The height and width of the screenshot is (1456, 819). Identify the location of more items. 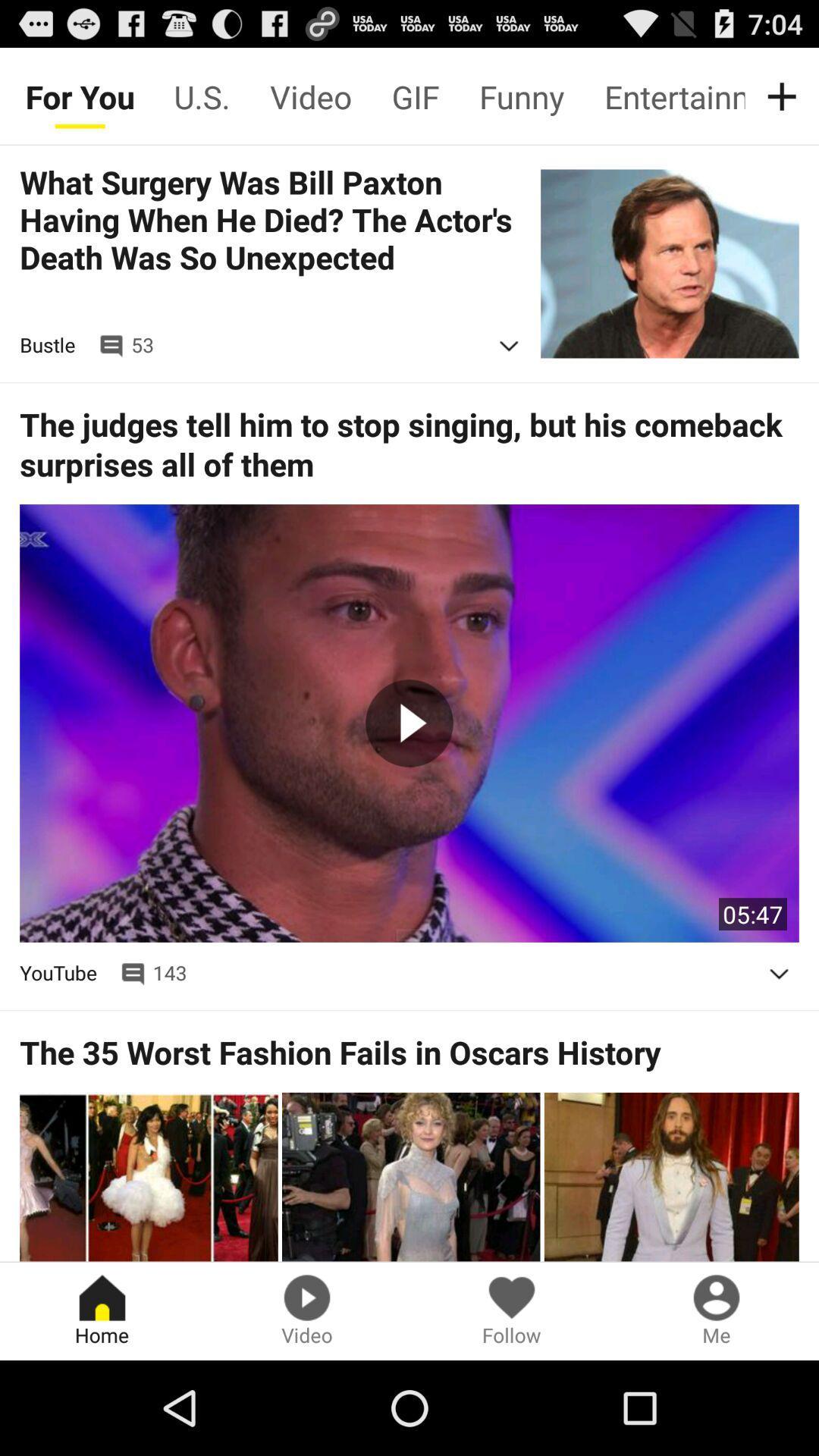
(785, 96).